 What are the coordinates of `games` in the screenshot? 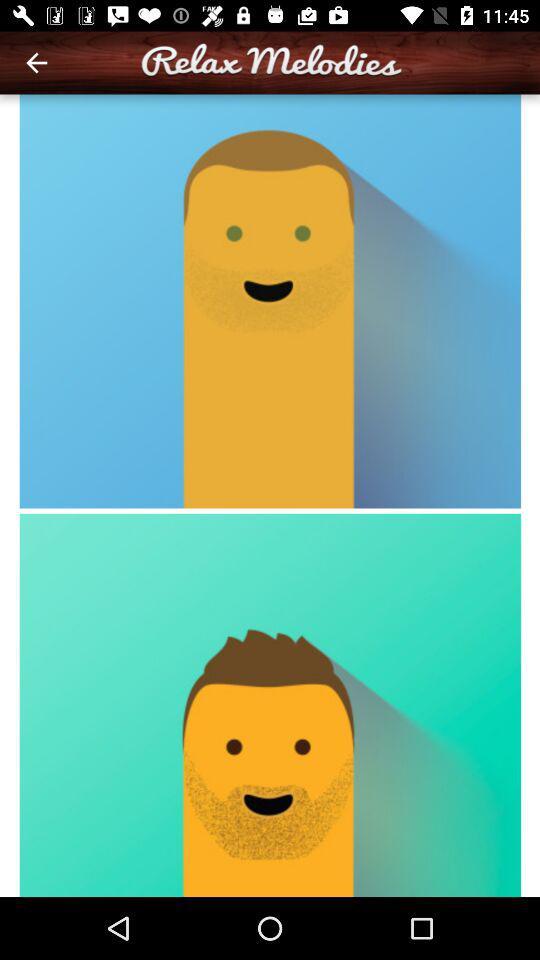 It's located at (270, 494).